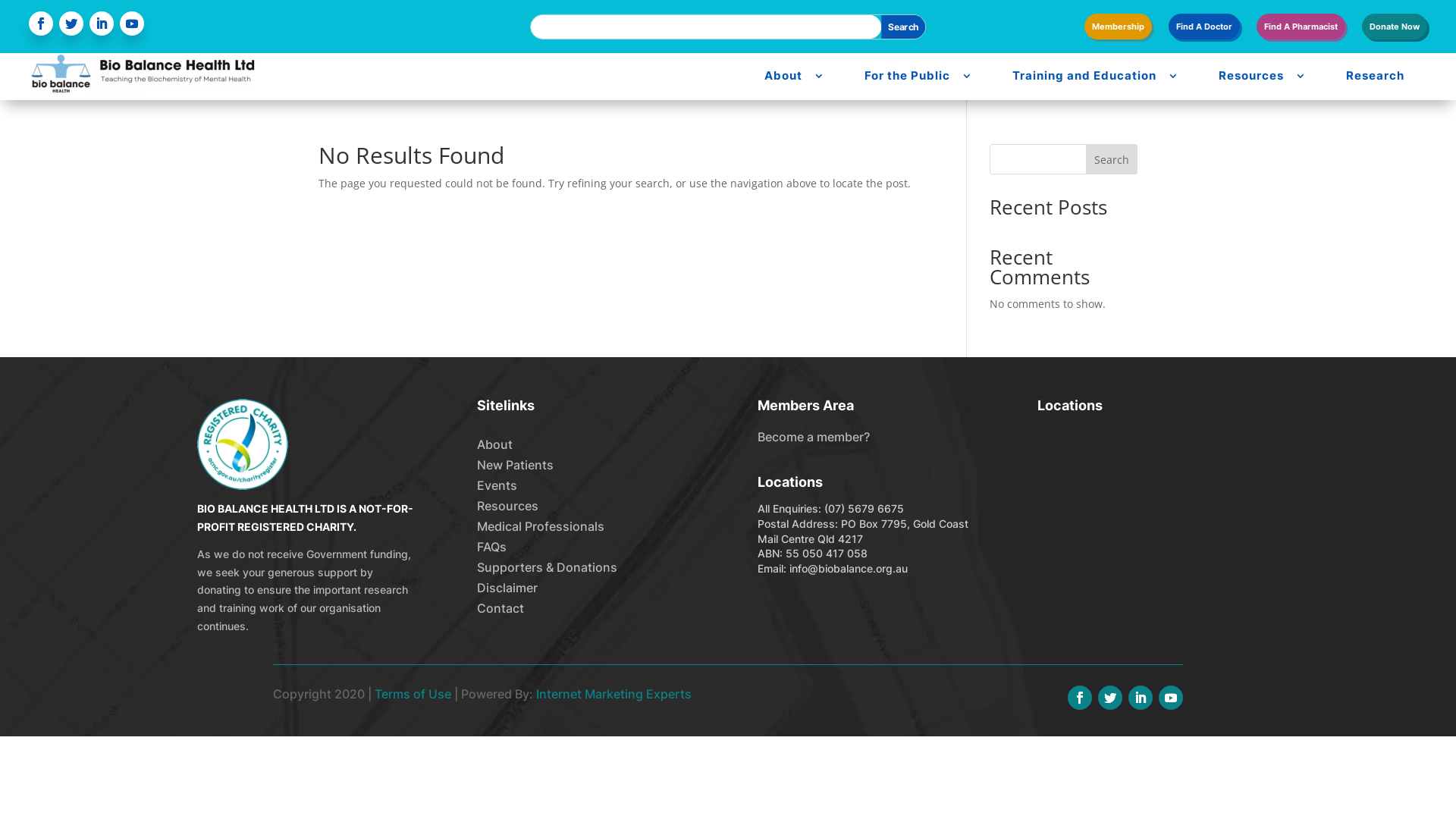 This screenshot has width=1456, height=819. I want to click on 'Find A Doctor', so click(1203, 29).